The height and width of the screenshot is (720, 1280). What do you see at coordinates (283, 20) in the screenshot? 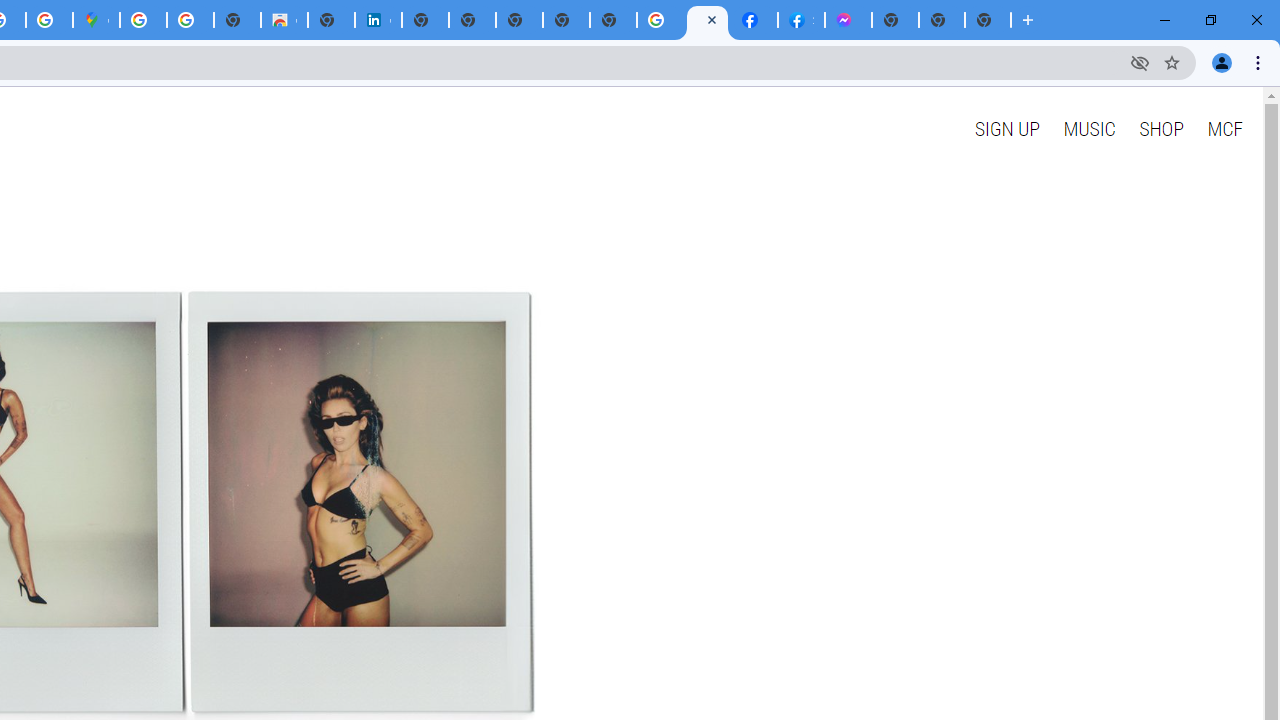
I see `'Chrome Web Store'` at bounding box center [283, 20].